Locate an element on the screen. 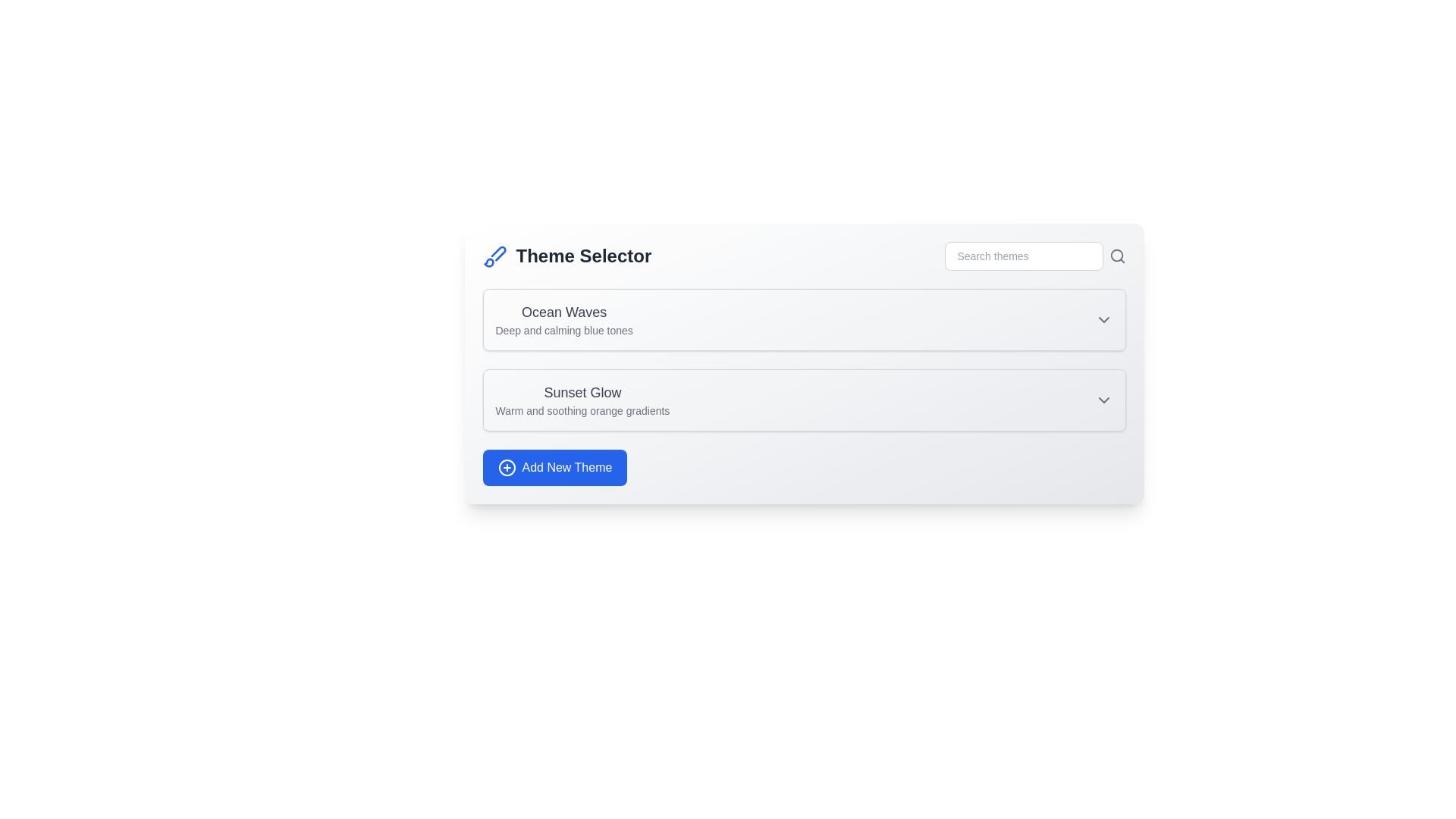 This screenshot has height=819, width=1456. the descriptive subtitle text element for the 'Sunset Glow' theme, which is located within its card directly below the larger title text, positioned in the middle section of the UI interface is located at coordinates (582, 411).